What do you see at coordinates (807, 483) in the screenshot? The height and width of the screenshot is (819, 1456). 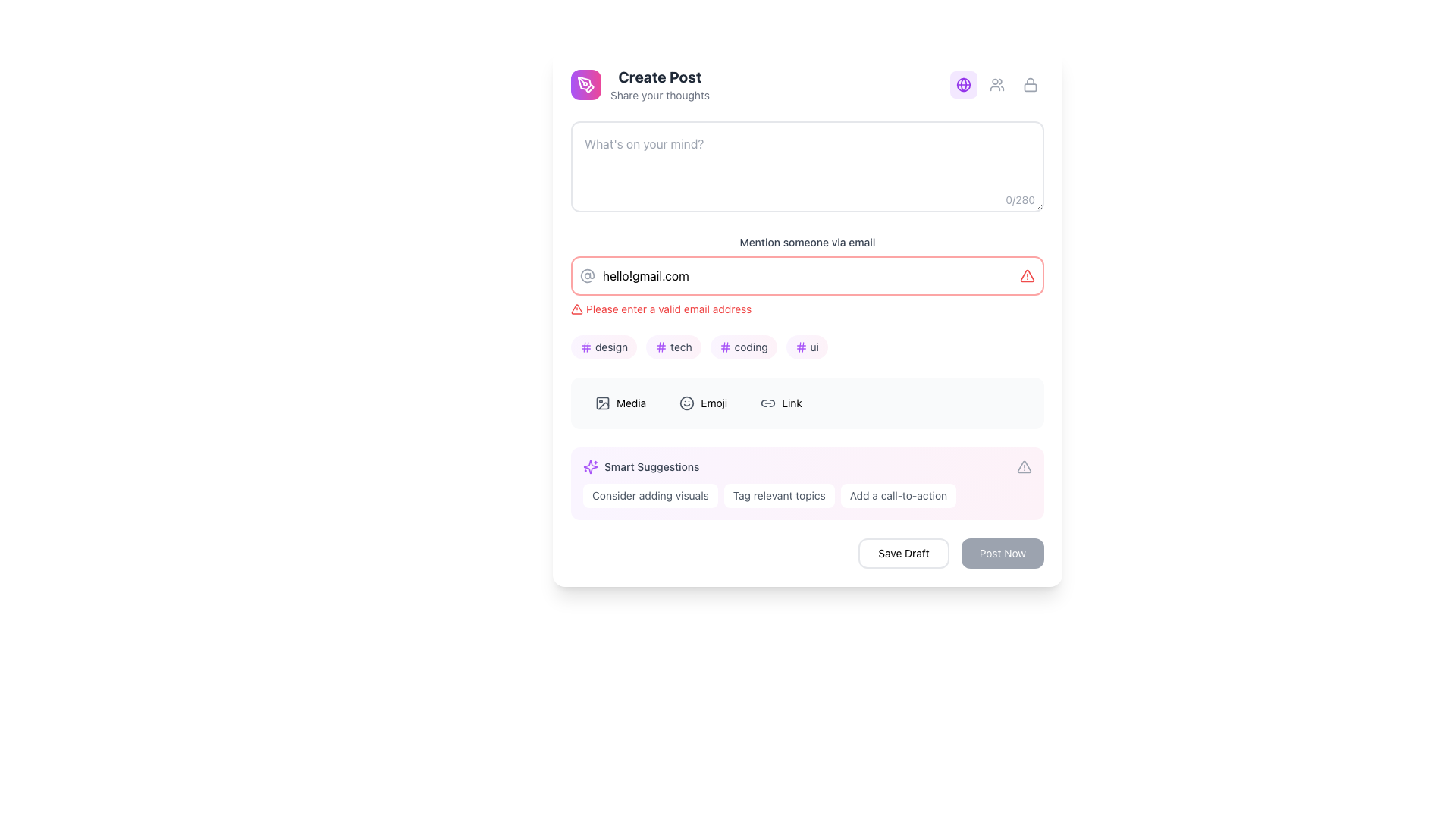 I see `one of the suggestions in the 'Smart Suggestions' section, which includes options like 'Consider adding visuals', 'Tag relevant topics', or 'Add a call-to-action'` at bounding box center [807, 483].